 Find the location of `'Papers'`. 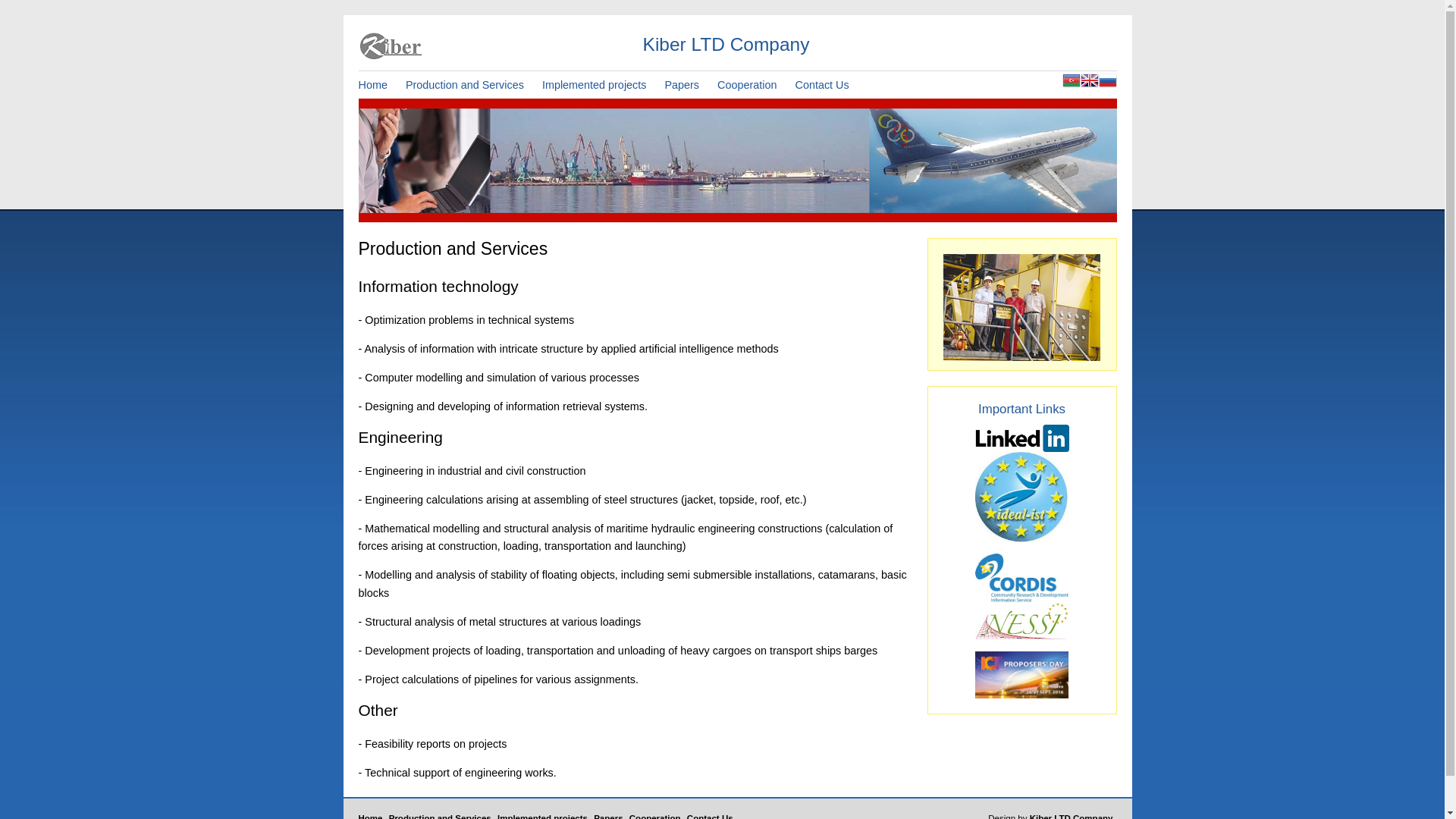

'Papers' is located at coordinates (688, 84).